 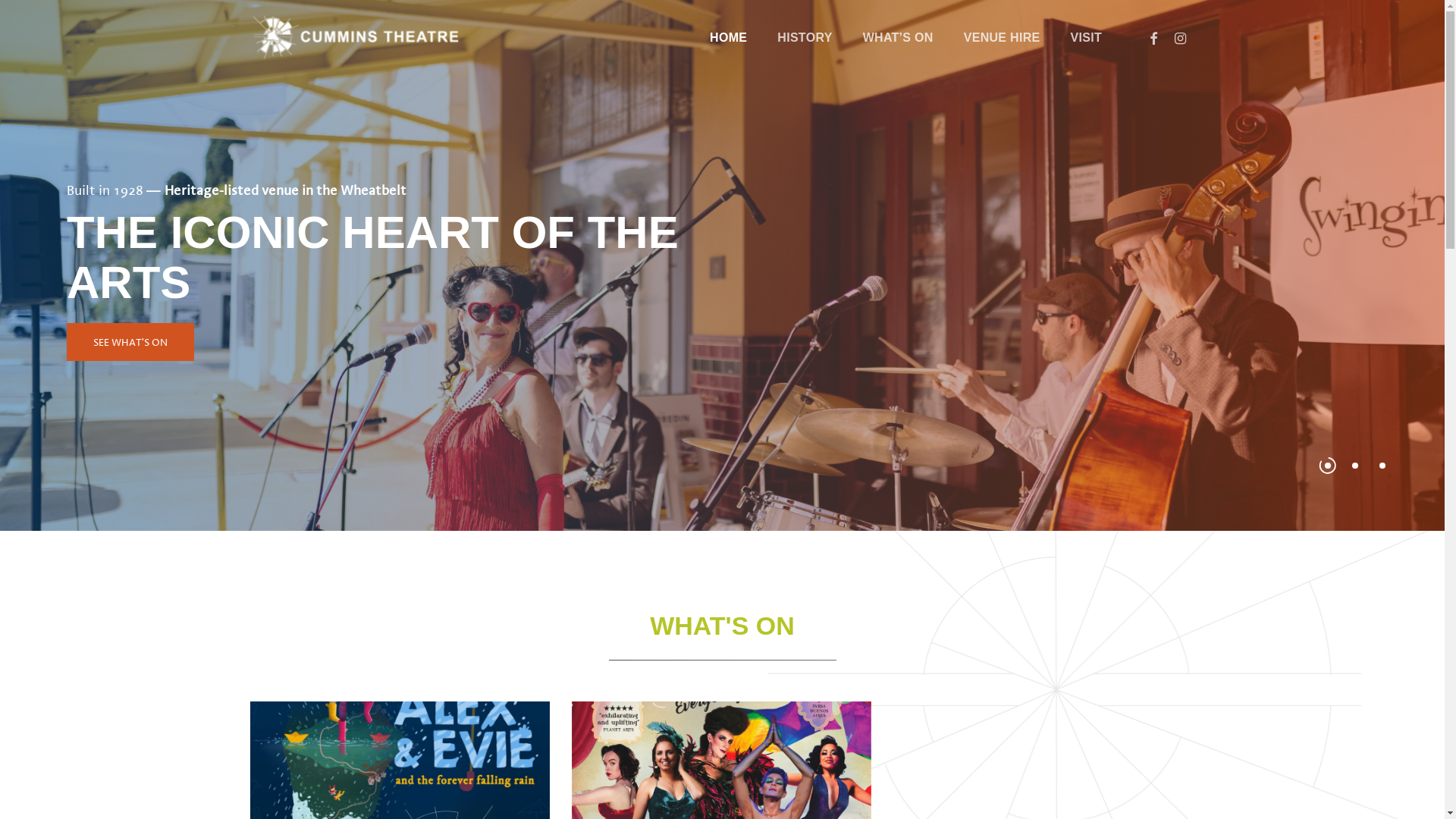 What do you see at coordinates (1166, 37) in the screenshot?
I see `'INSTAGRAM'` at bounding box center [1166, 37].